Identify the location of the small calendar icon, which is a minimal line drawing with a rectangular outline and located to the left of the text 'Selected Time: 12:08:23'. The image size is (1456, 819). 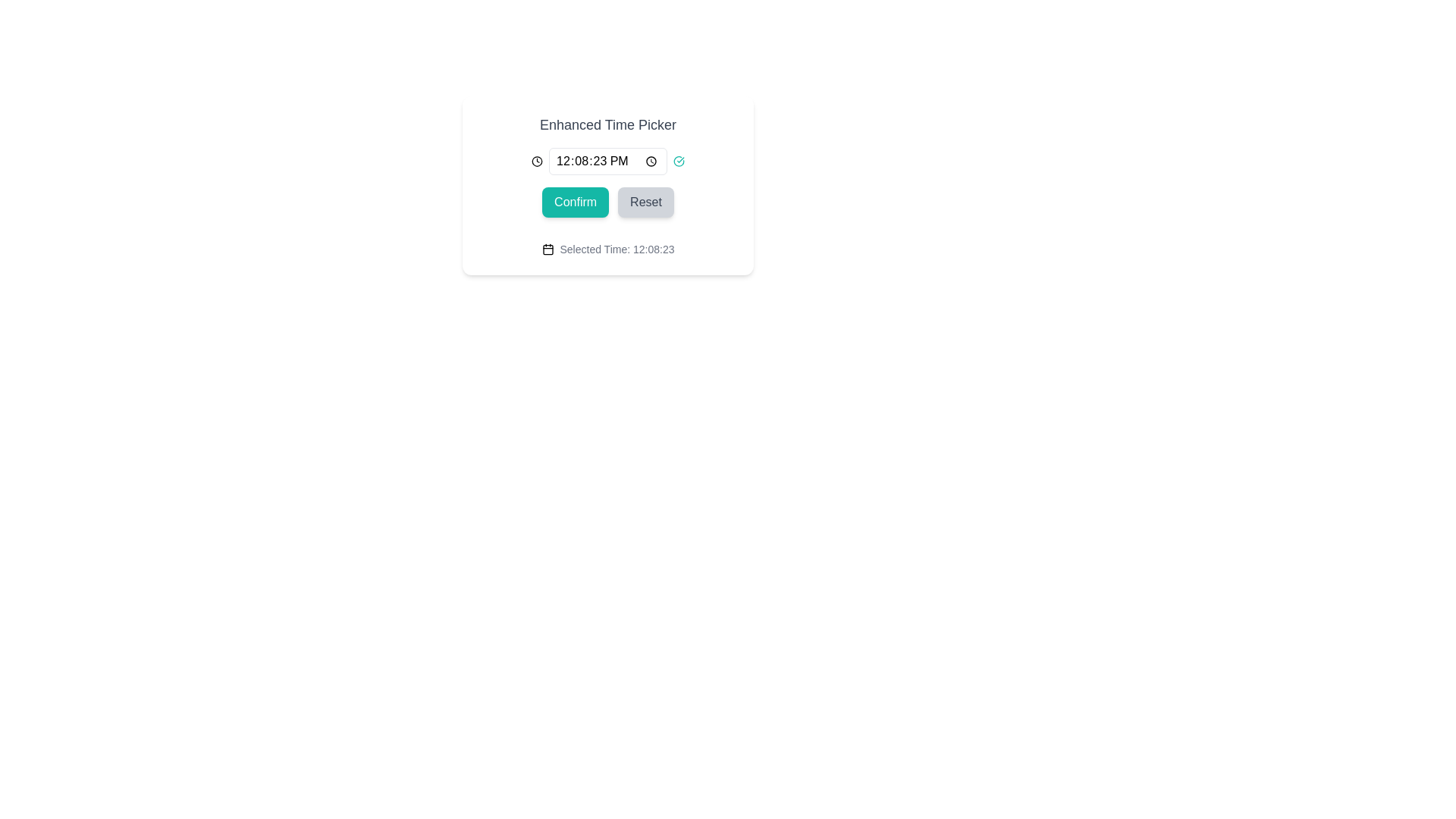
(547, 248).